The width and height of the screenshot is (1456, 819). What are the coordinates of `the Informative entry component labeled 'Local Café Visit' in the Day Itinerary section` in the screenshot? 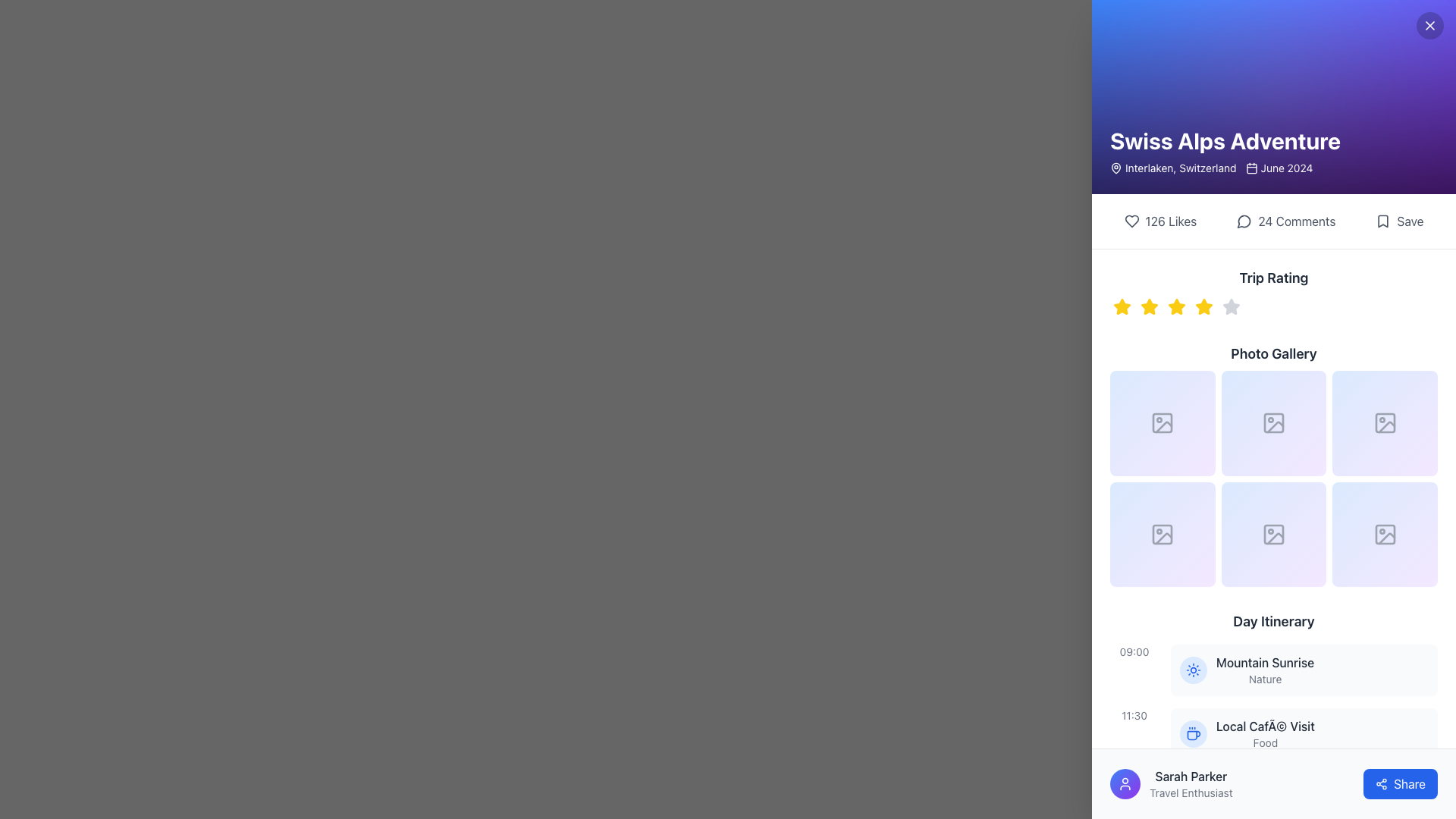 It's located at (1303, 733).